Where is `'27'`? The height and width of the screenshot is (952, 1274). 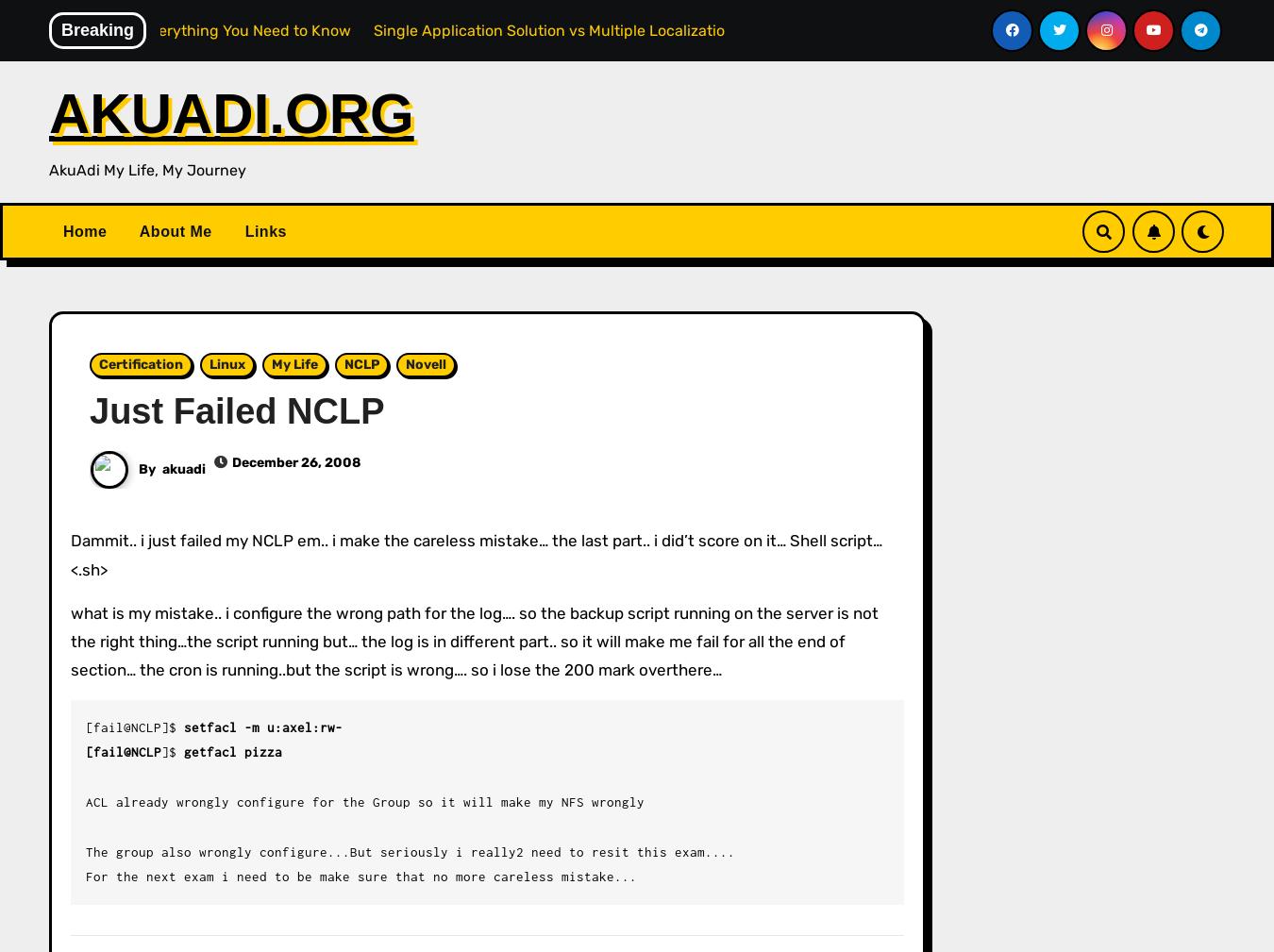 '27' is located at coordinates (999, 381).